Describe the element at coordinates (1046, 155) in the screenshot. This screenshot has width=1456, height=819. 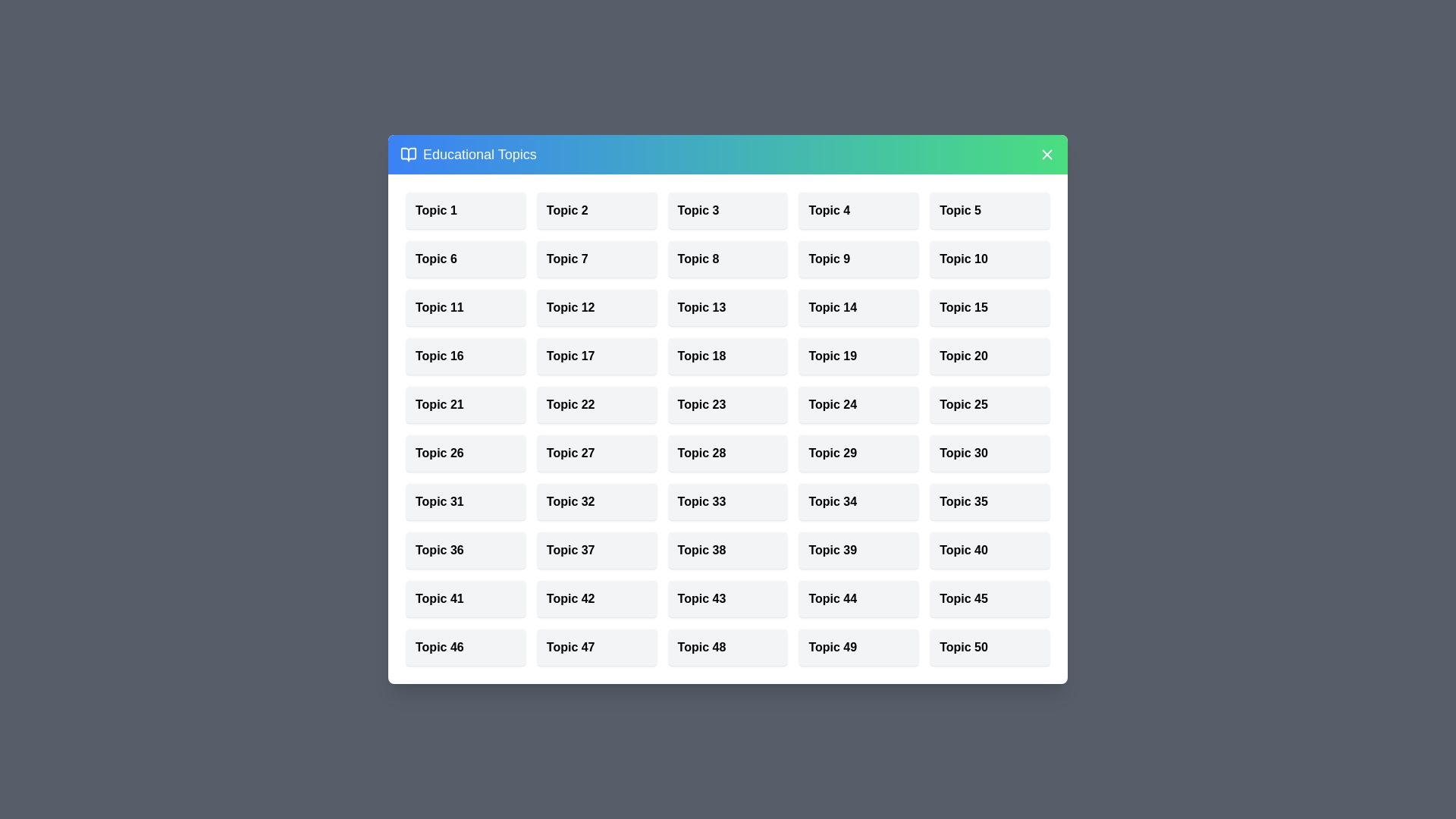
I see `the close button to close the dialog box` at that location.